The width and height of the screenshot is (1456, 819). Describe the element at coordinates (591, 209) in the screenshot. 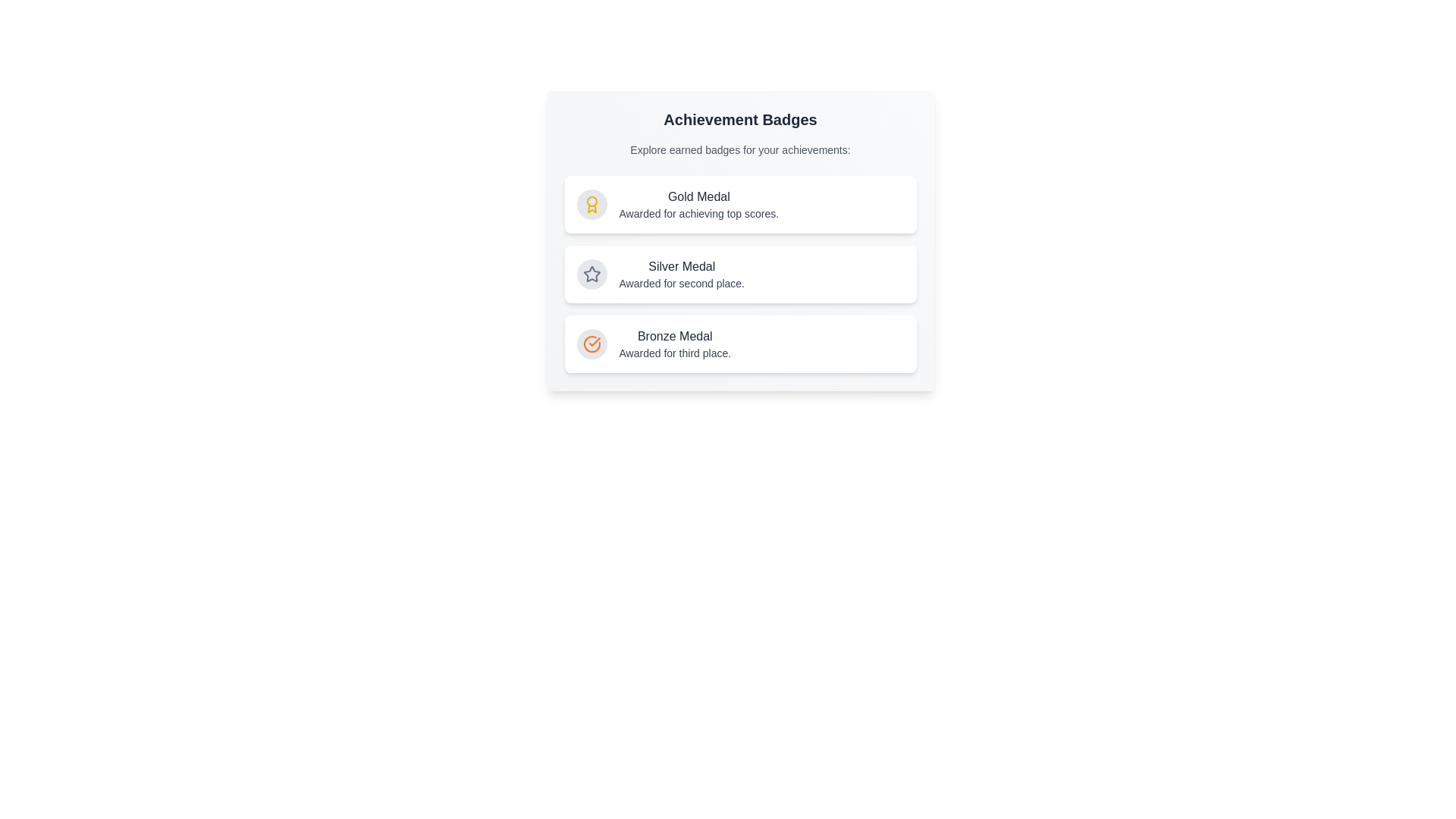

I see `the decorative visual icon representing the 'Gold Medal' achievement, which is part of the SVG component and located near the top-left section of the application` at that location.